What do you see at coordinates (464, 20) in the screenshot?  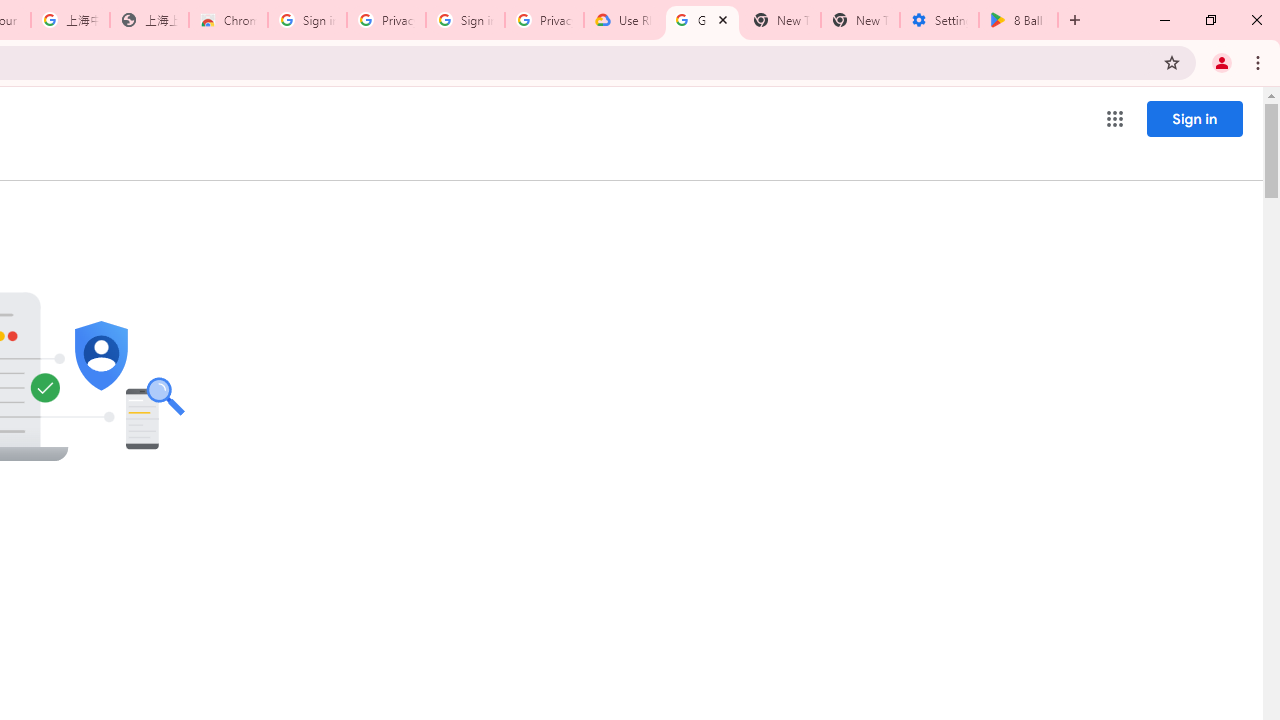 I see `'Sign in - Google Accounts'` at bounding box center [464, 20].